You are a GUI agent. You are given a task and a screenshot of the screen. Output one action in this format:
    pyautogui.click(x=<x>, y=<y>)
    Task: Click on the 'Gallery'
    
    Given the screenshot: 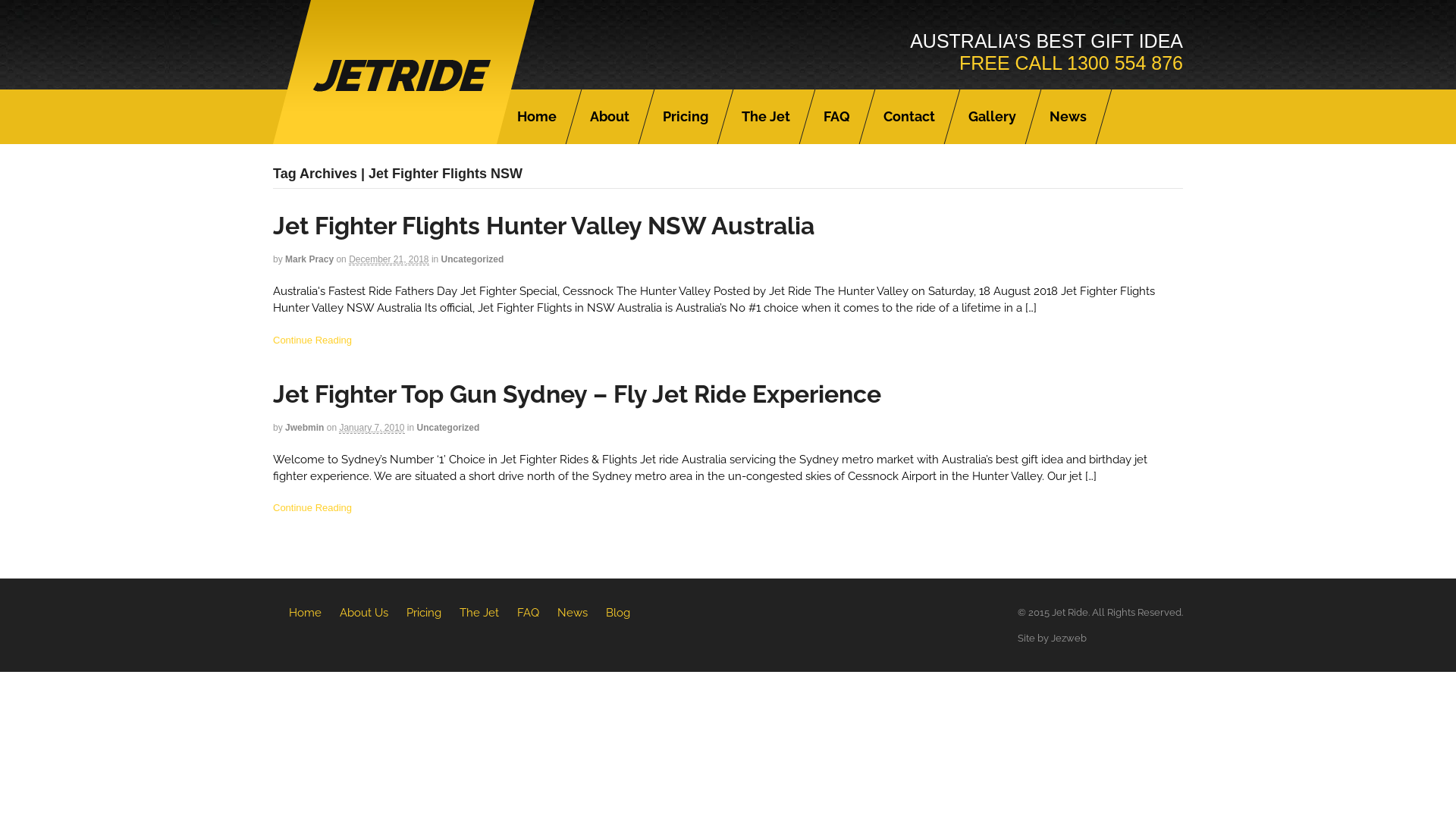 What is the action you would take?
    pyautogui.click(x=992, y=116)
    